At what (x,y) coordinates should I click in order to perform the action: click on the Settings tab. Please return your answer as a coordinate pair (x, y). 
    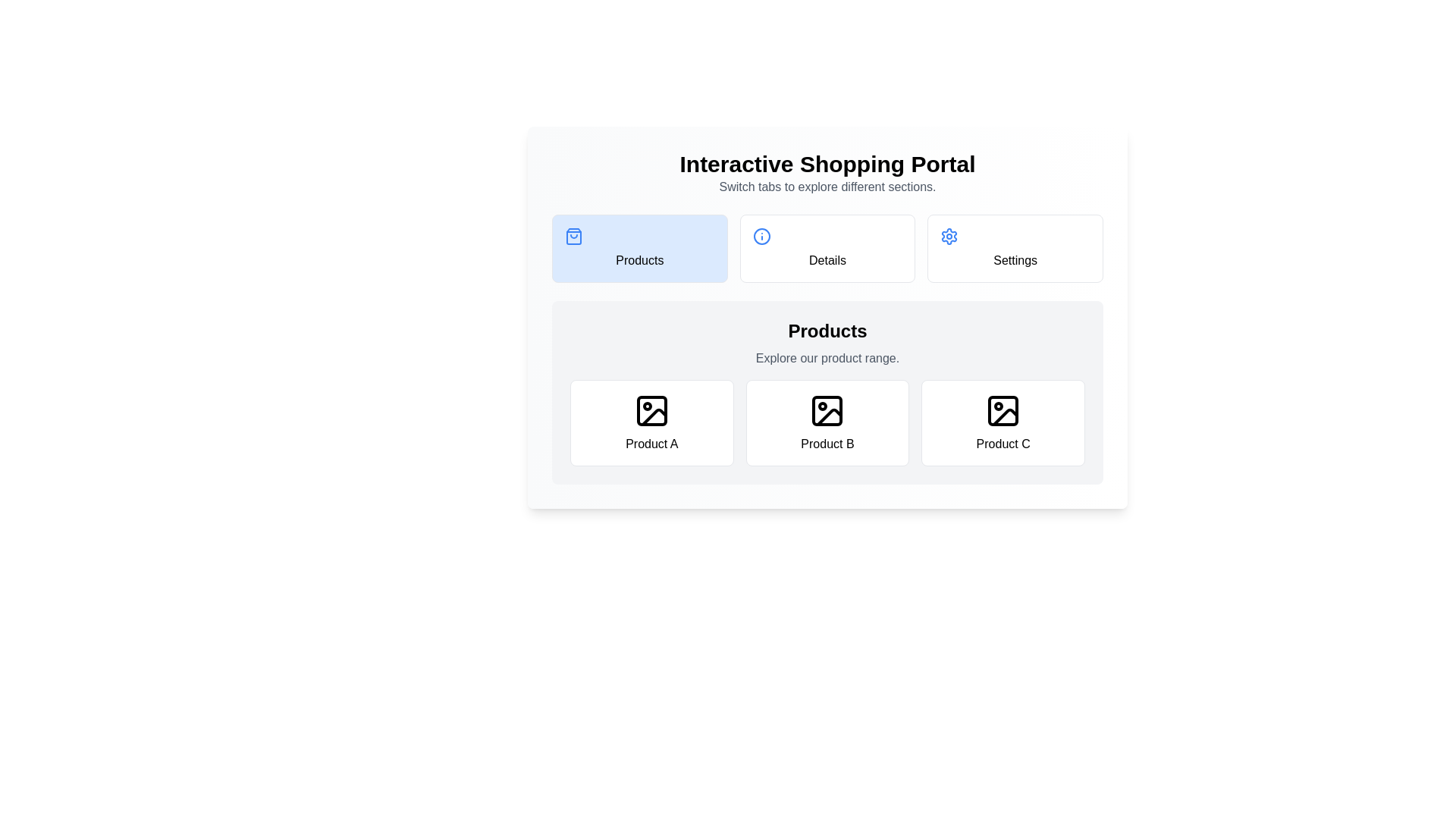
    Looking at the image, I should click on (1015, 247).